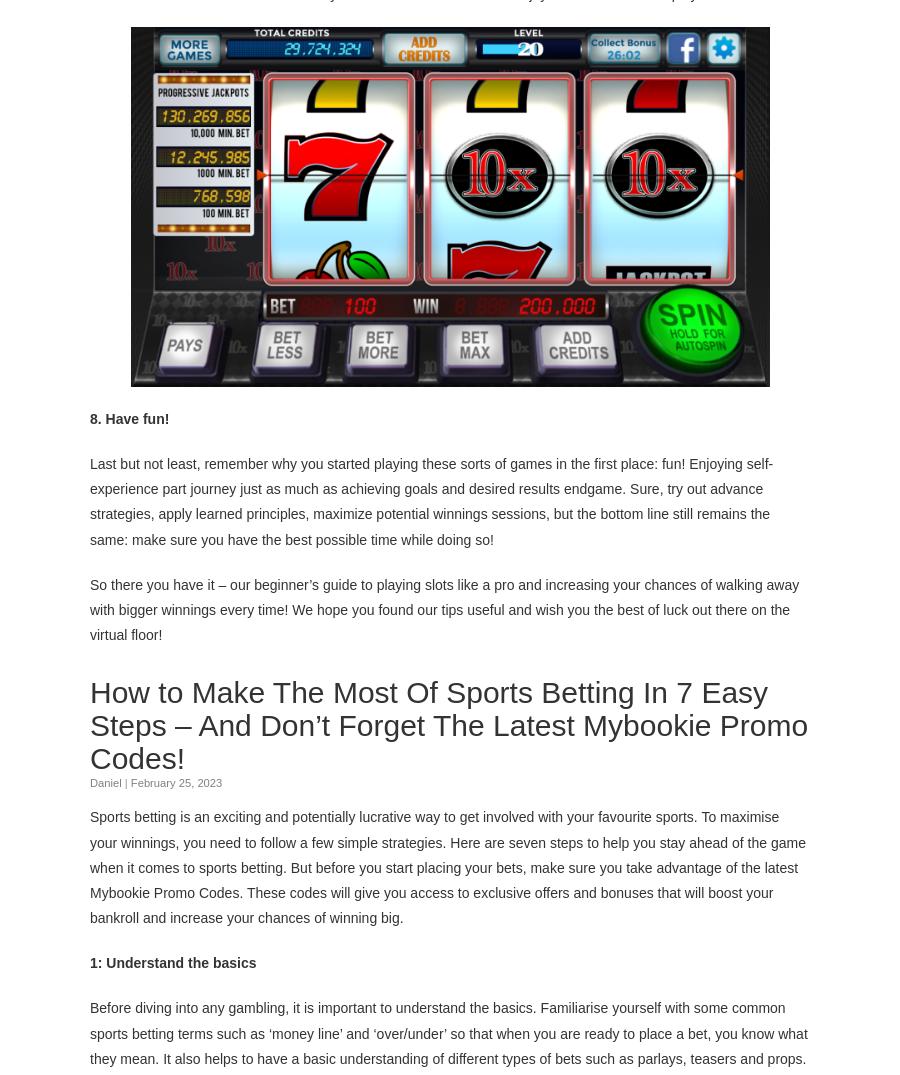 Image resolution: width=900 pixels, height=1075 pixels. Describe the element at coordinates (176, 782) in the screenshot. I see `'February 25, 2023'` at that location.